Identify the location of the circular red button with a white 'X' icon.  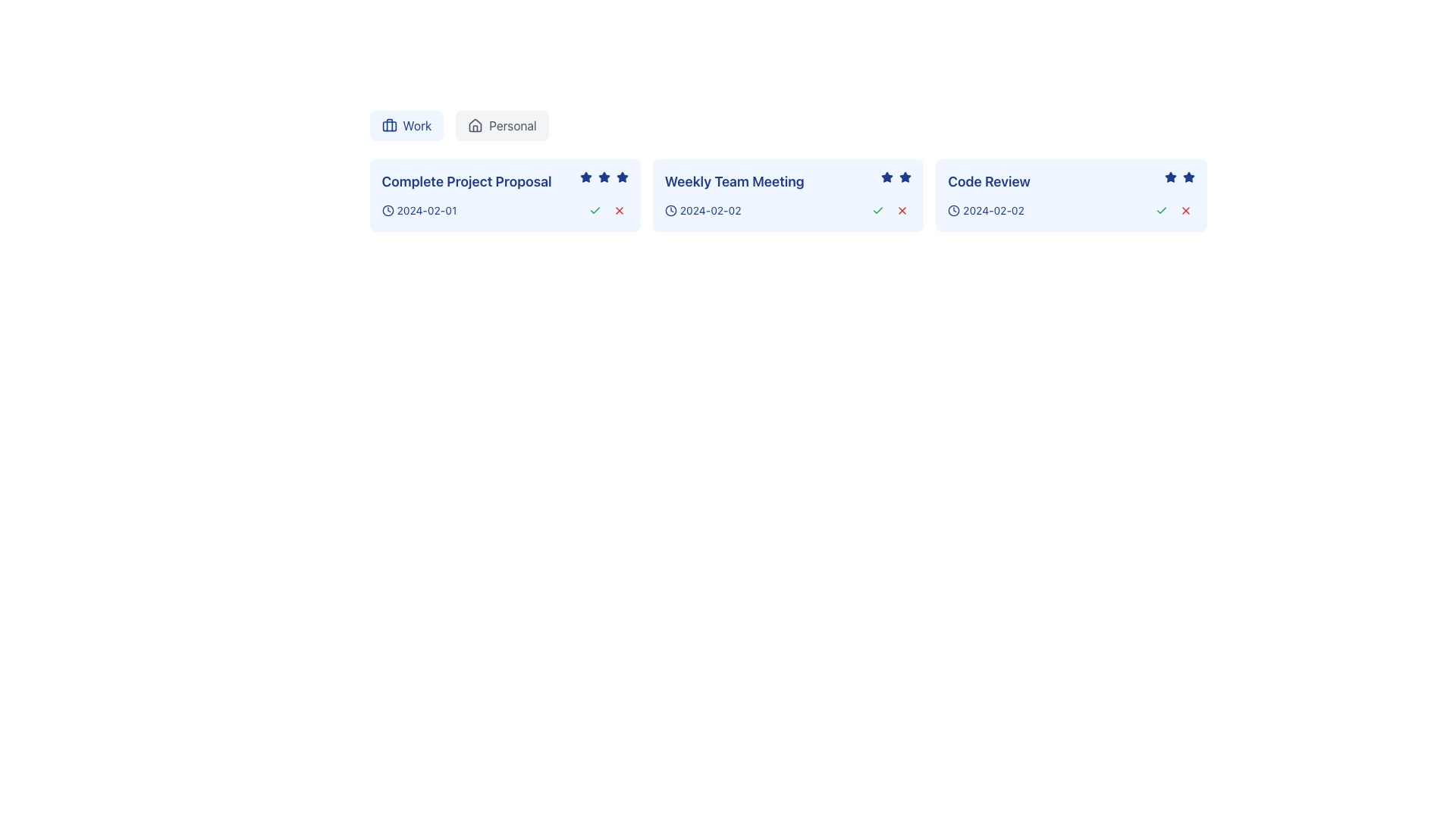
(619, 210).